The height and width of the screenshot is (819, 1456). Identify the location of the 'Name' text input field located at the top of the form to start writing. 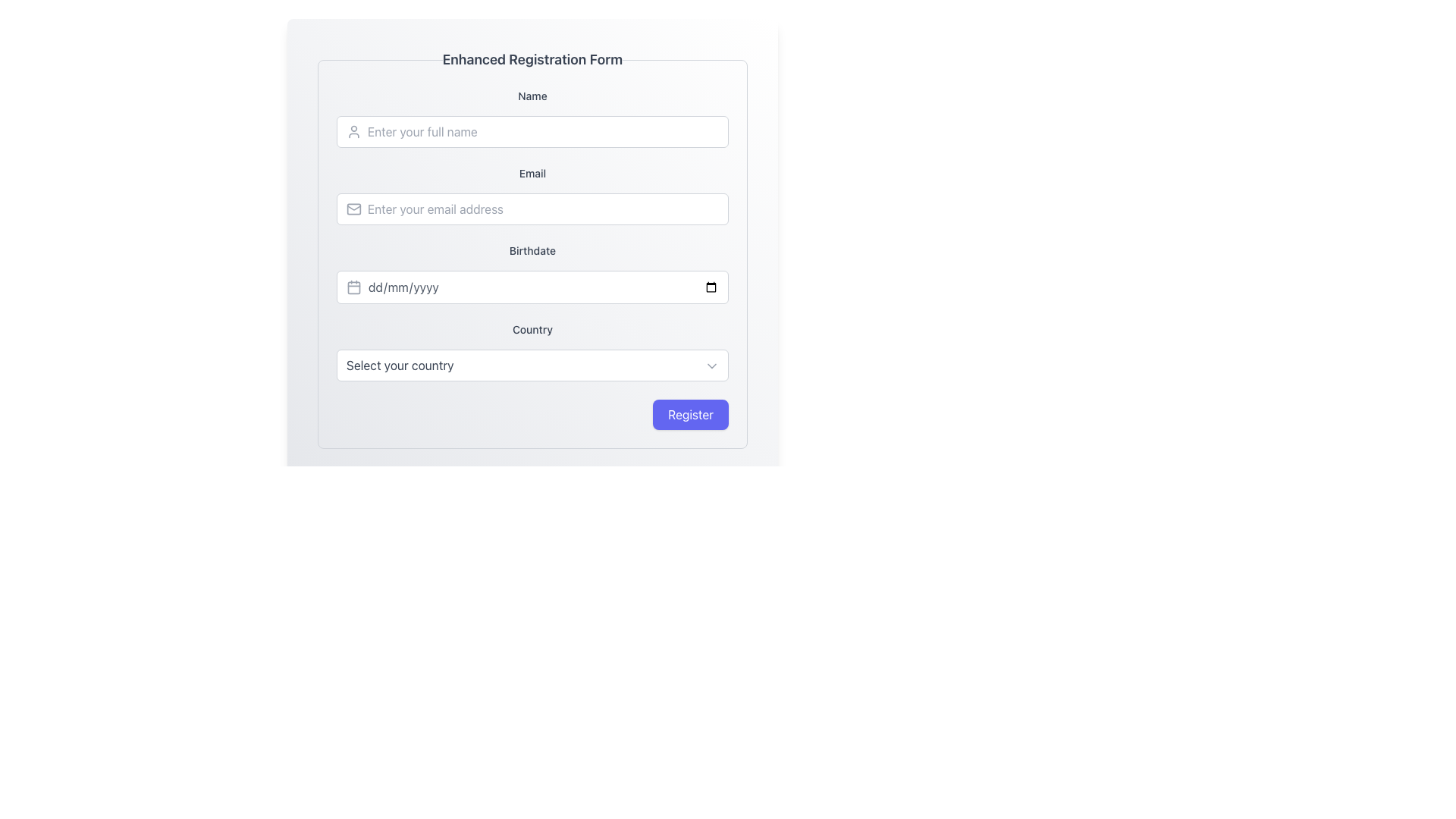
(532, 117).